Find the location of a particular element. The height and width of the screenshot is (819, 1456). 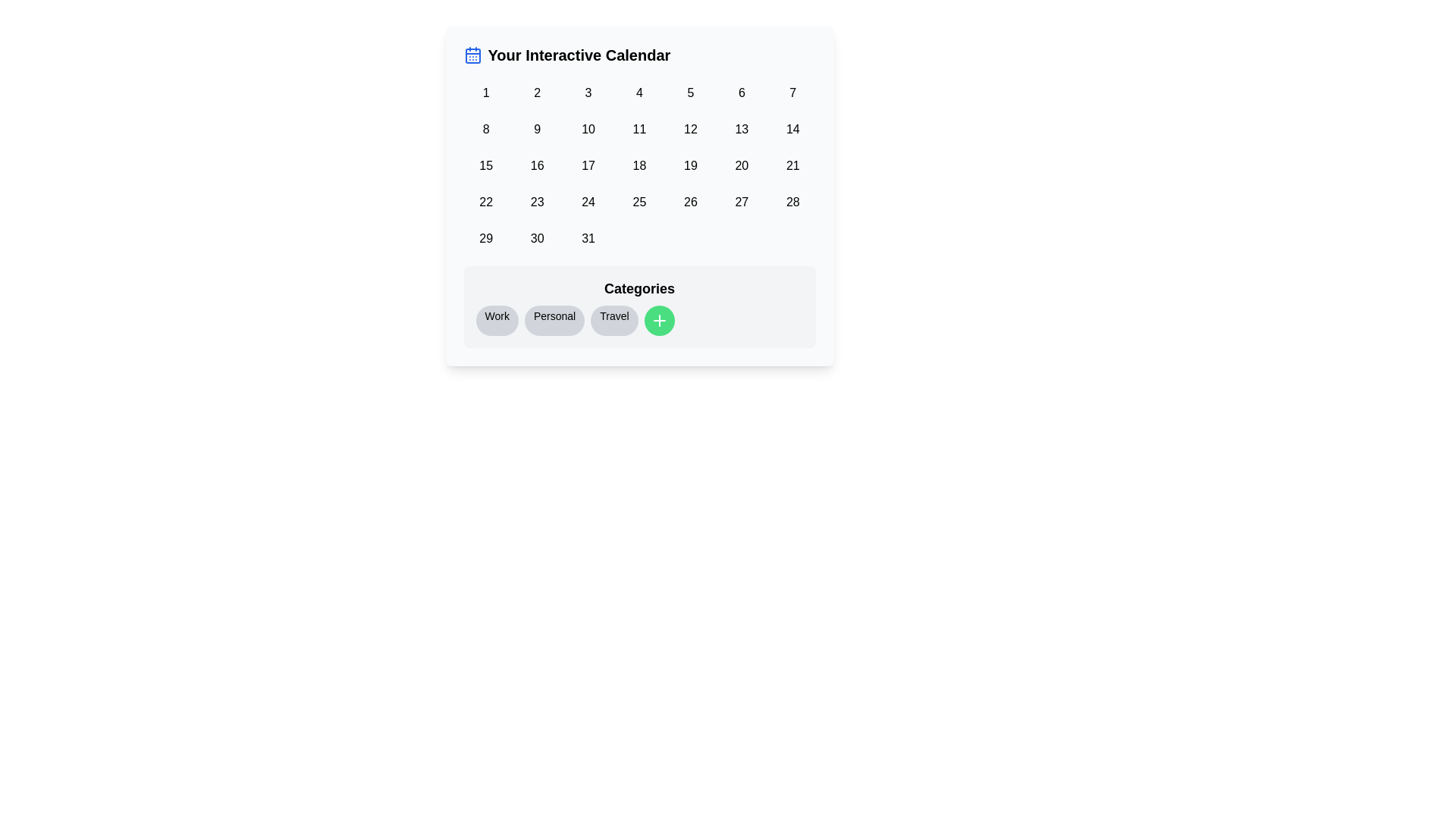

the calendar icon with a blue outline that is positioned to the left of the text 'Your Interactive Calendar' is located at coordinates (472, 55).